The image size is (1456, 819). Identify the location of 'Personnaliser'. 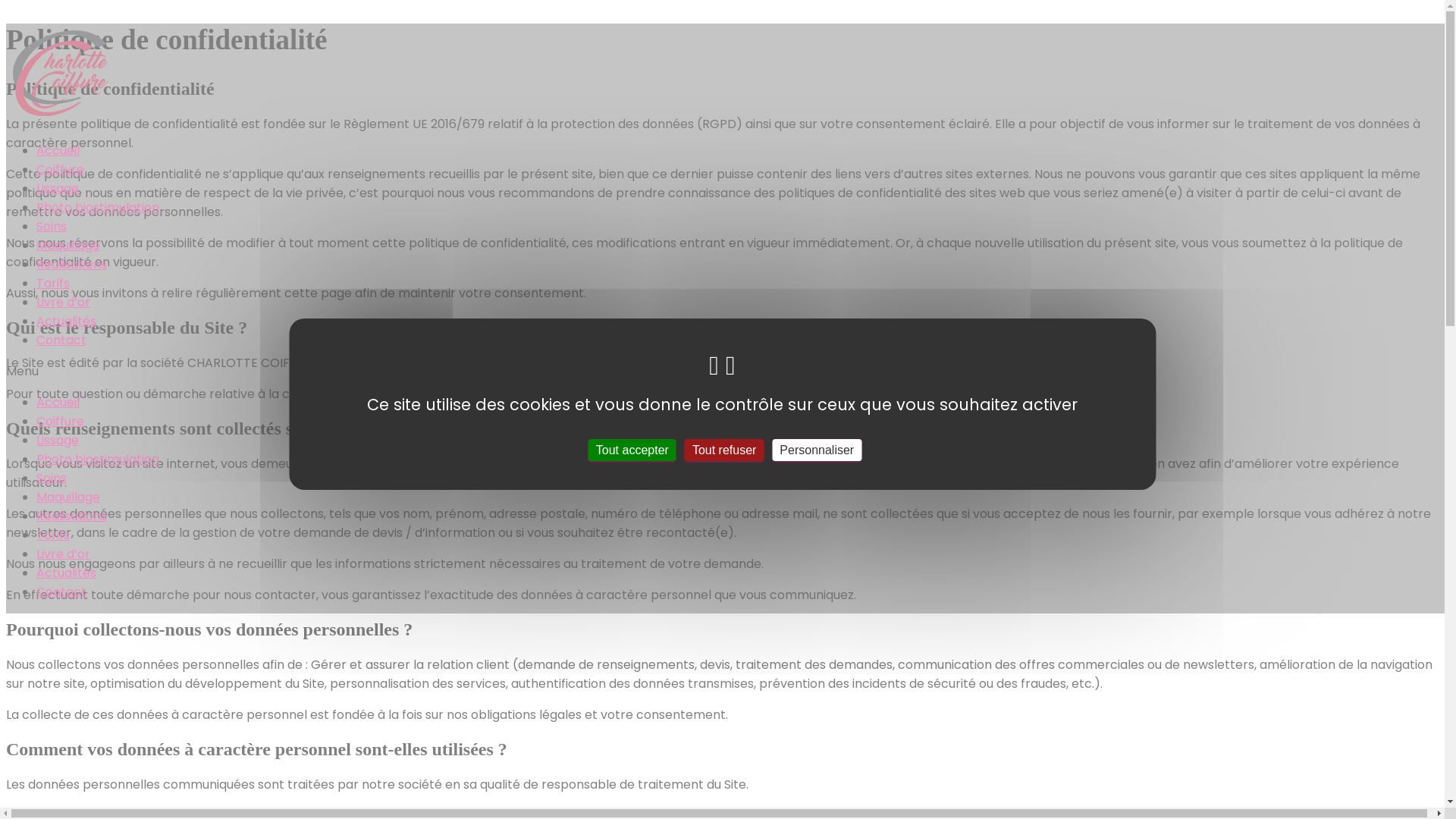
(815, 448).